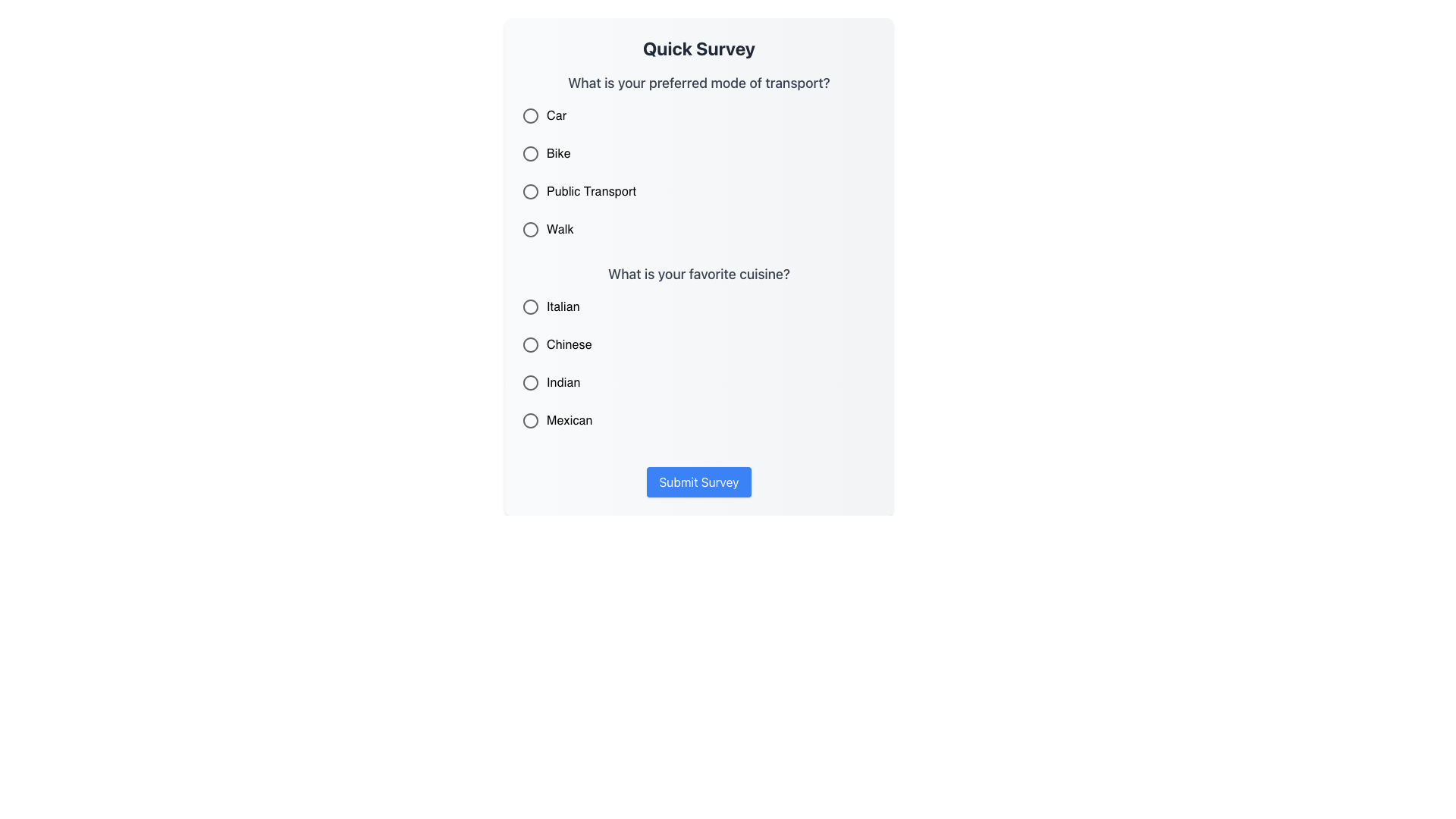 The image size is (1456, 819). Describe the element at coordinates (698, 350) in the screenshot. I see `a radio button within the Form section of the survey card` at that location.